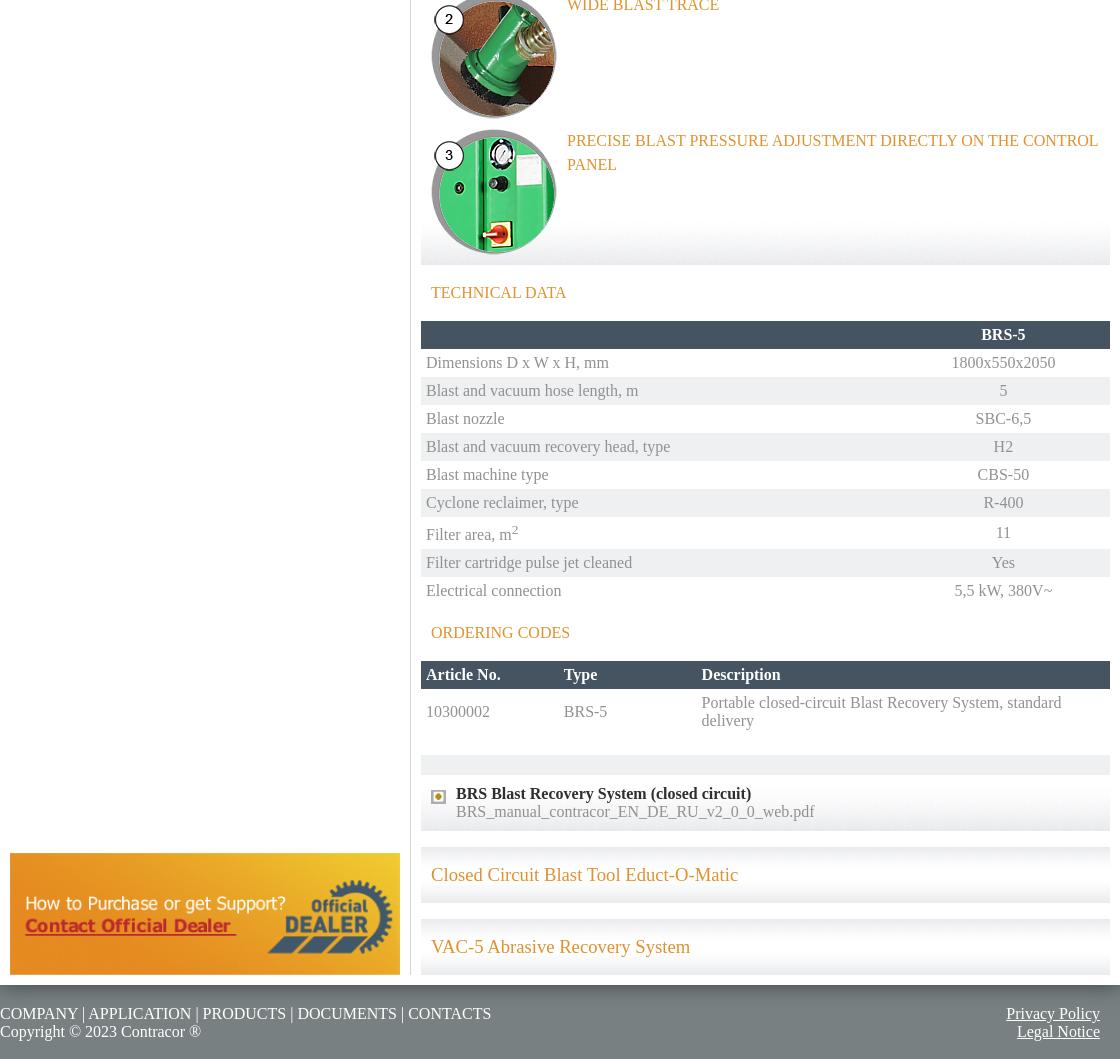  I want to click on 'VAC-5 Abrasive Recovery System', so click(560, 945).